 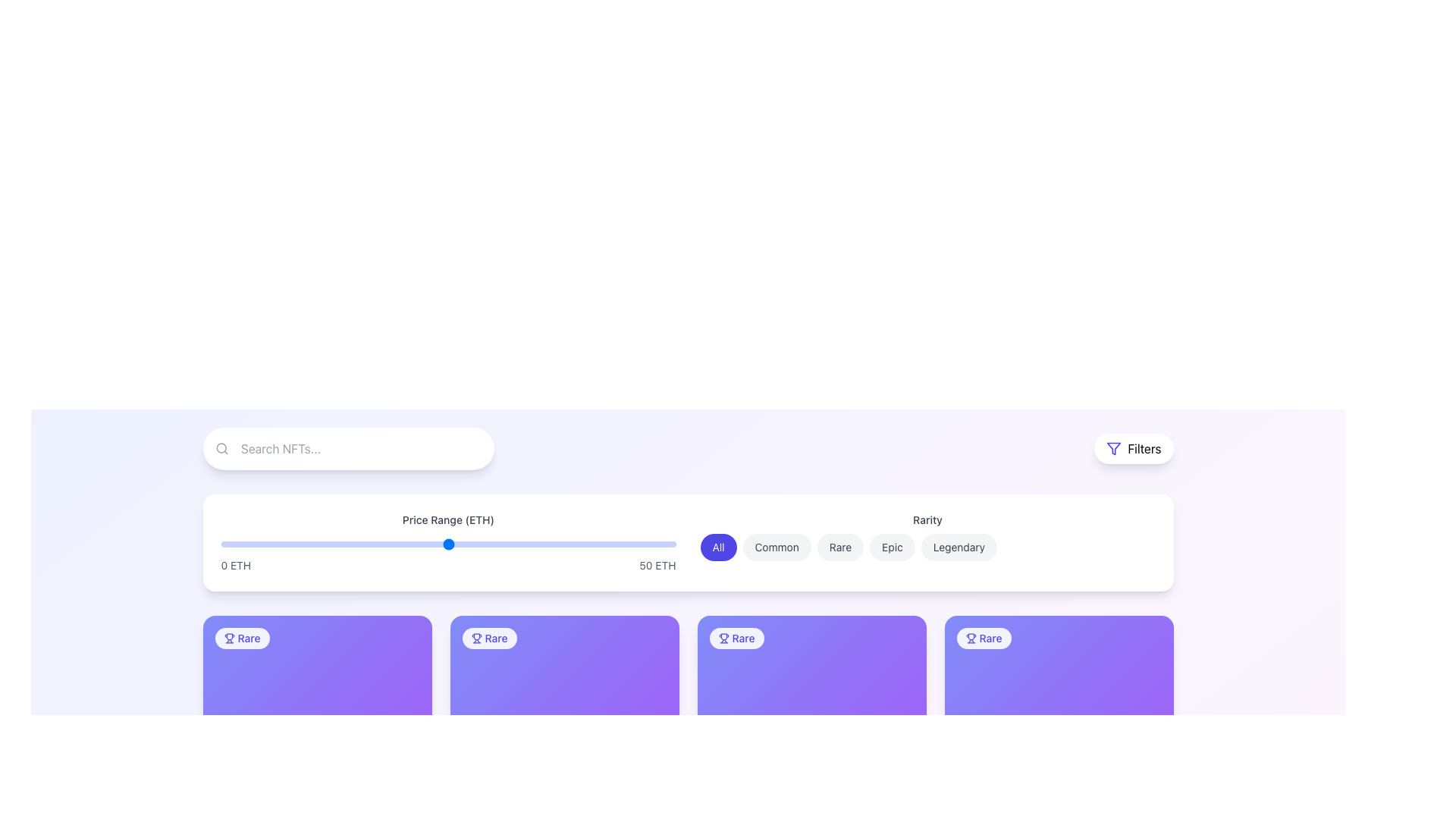 I want to click on the filtering icon located in the header section, to the far right next to the text 'Filters', so click(x=1114, y=447).